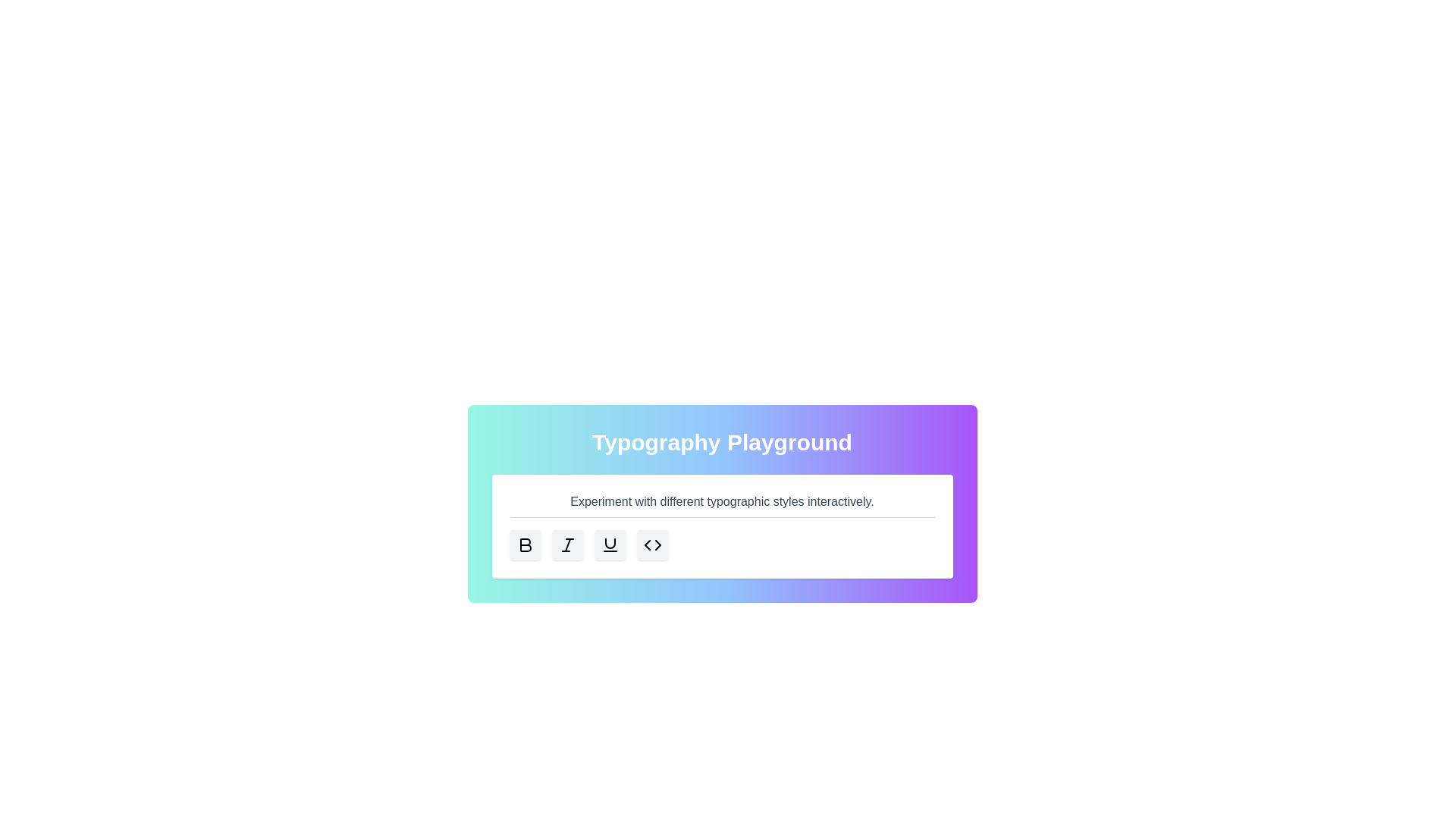 This screenshot has height=819, width=1456. I want to click on the italic styling icon, so click(566, 544).